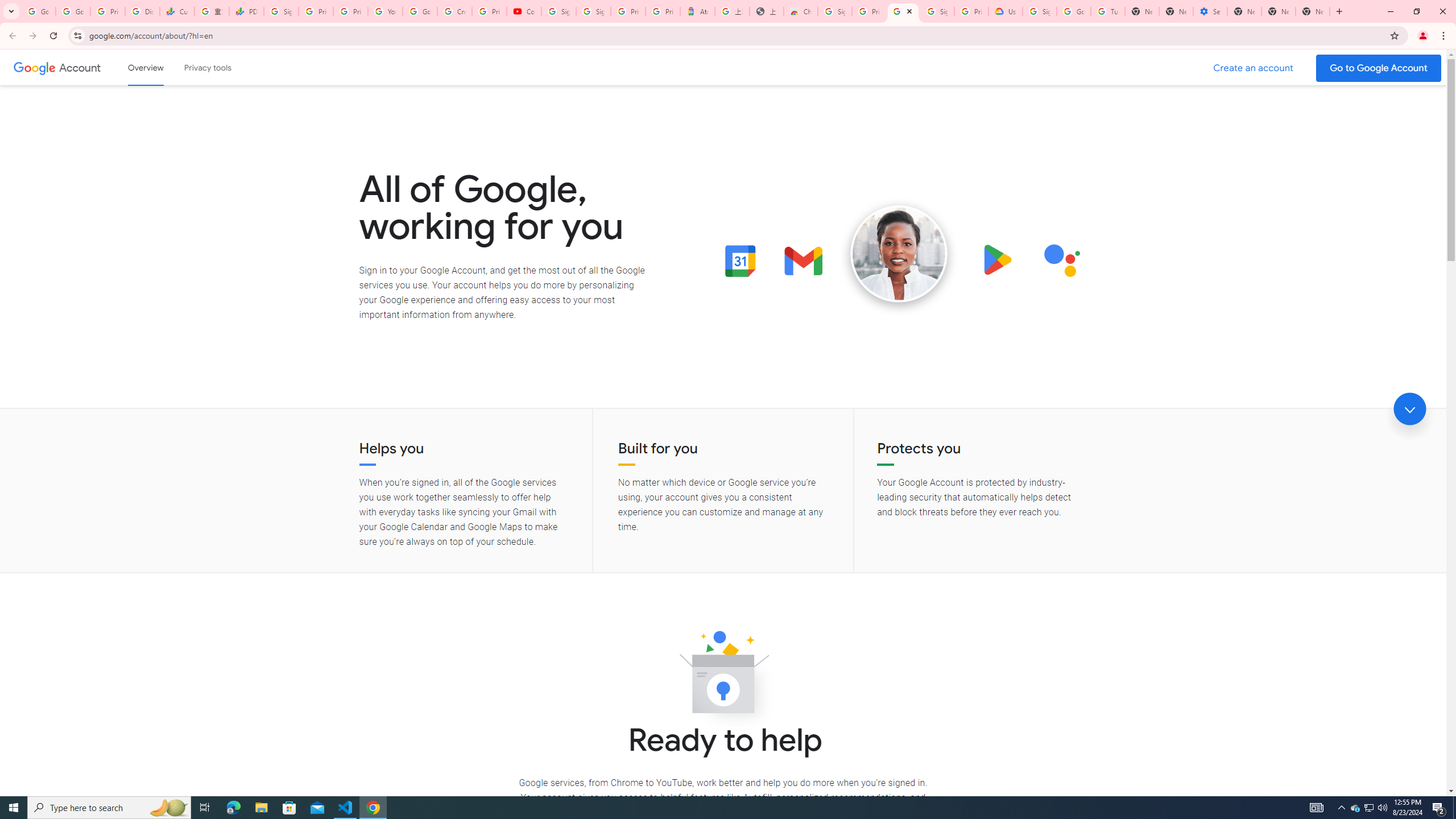 The height and width of the screenshot is (819, 1456). Describe the element at coordinates (176, 11) in the screenshot. I see `'Currencies - Google Finance'` at that location.